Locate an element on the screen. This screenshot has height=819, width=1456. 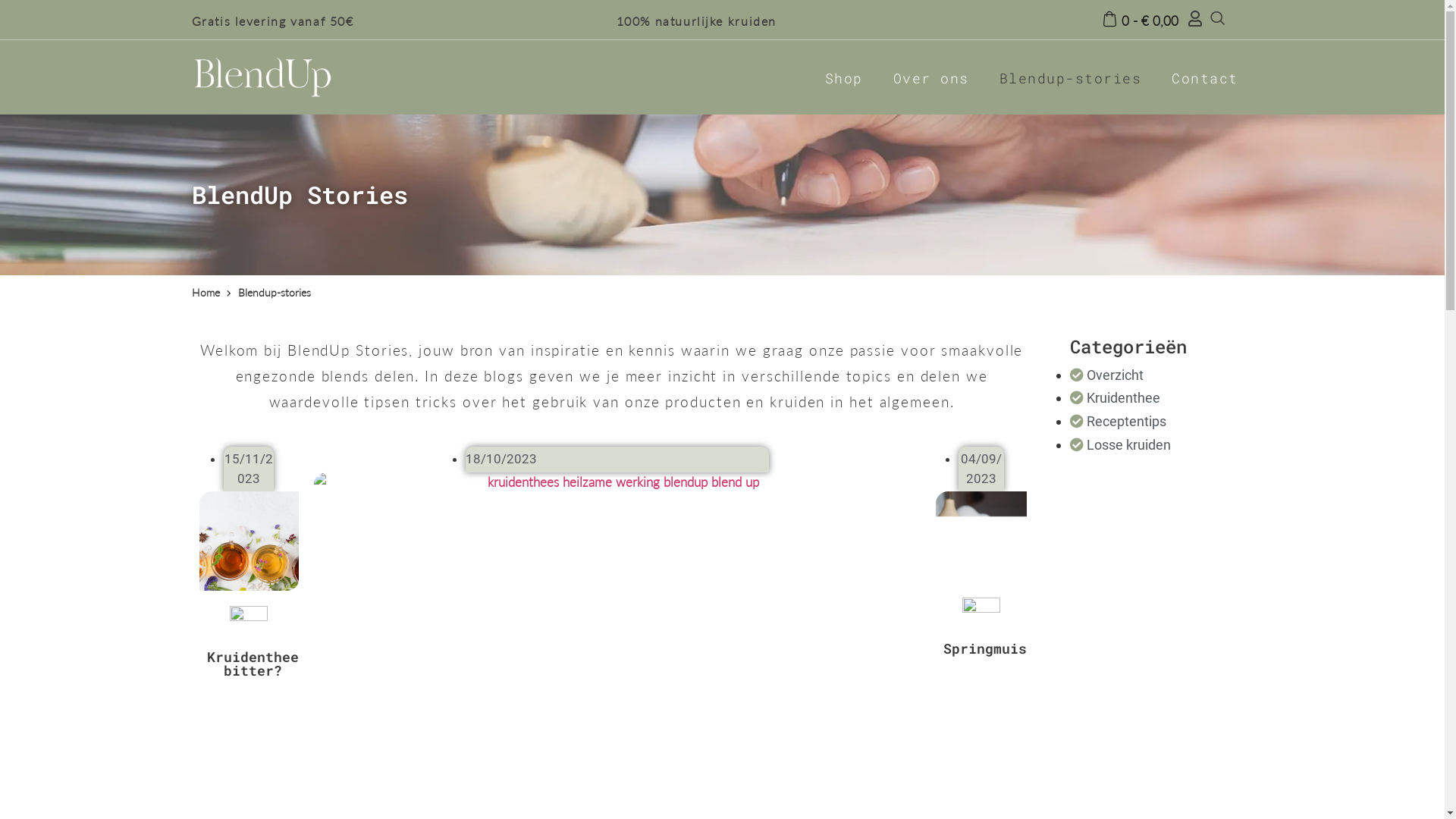
'04/09/2023' is located at coordinates (959, 467).